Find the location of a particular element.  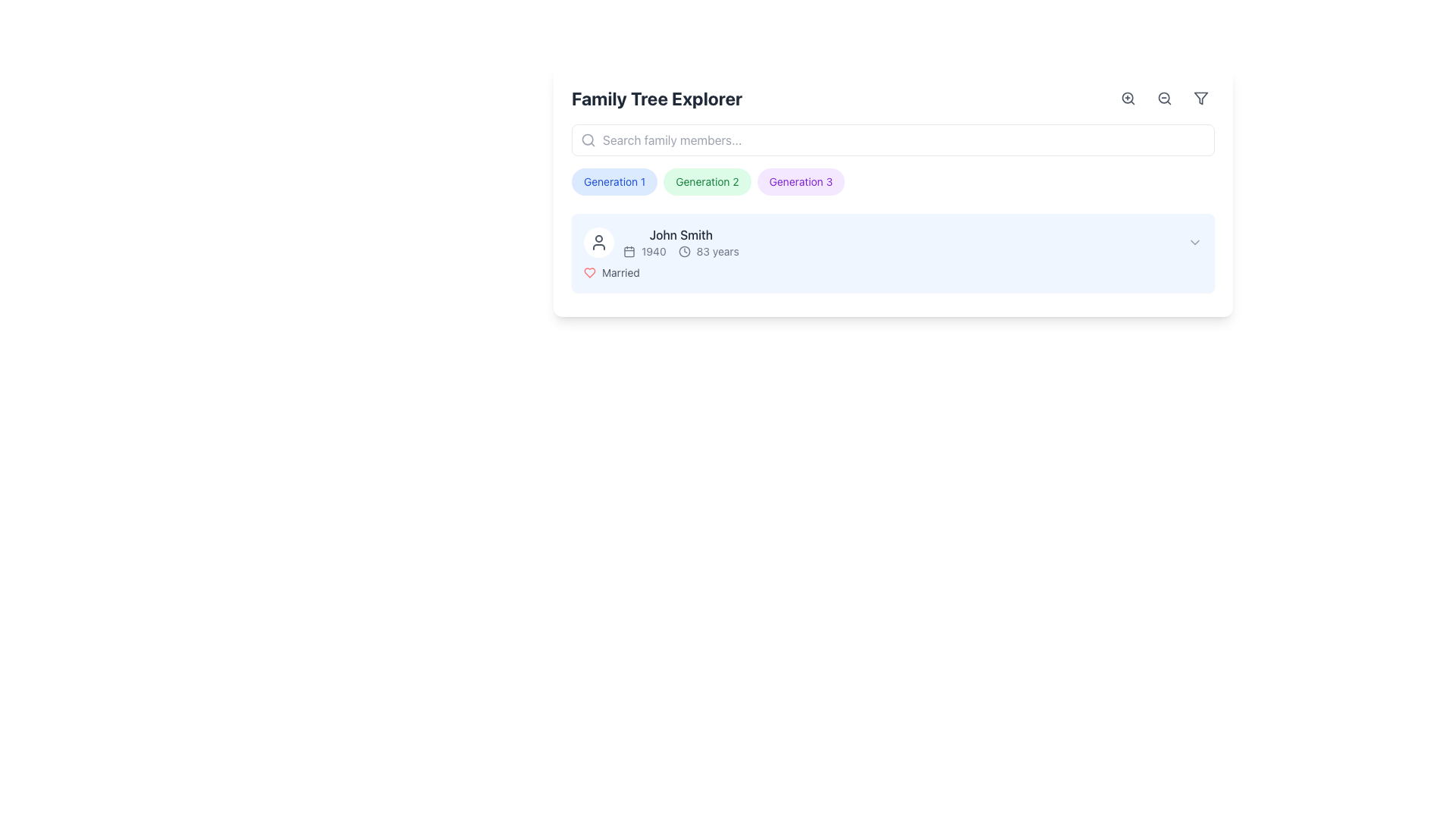

the zoom button located in the top-right corner of the interface is located at coordinates (1128, 99).